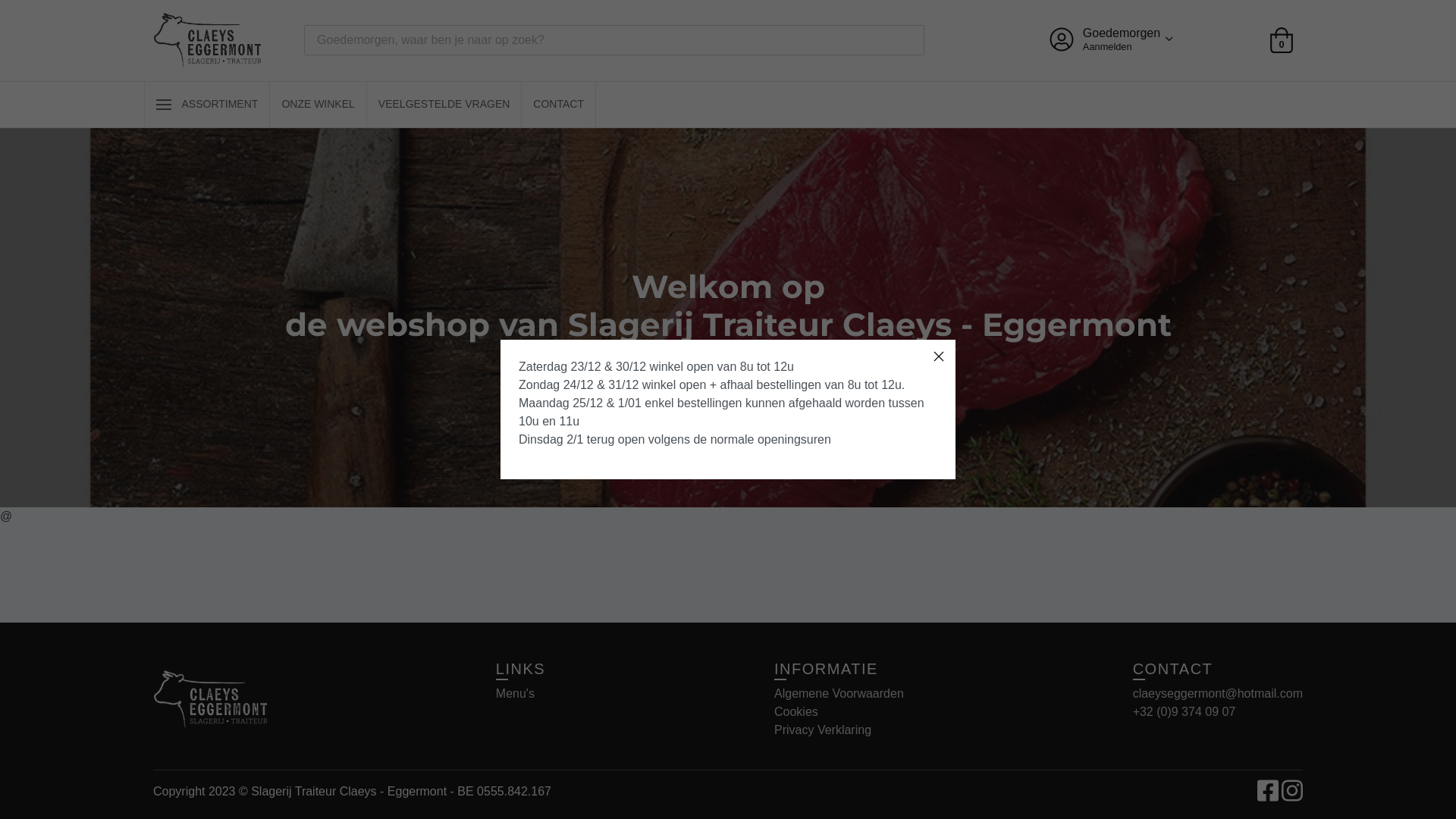  What do you see at coordinates (1109, 39) in the screenshot?
I see `'Goedemorgen` at bounding box center [1109, 39].